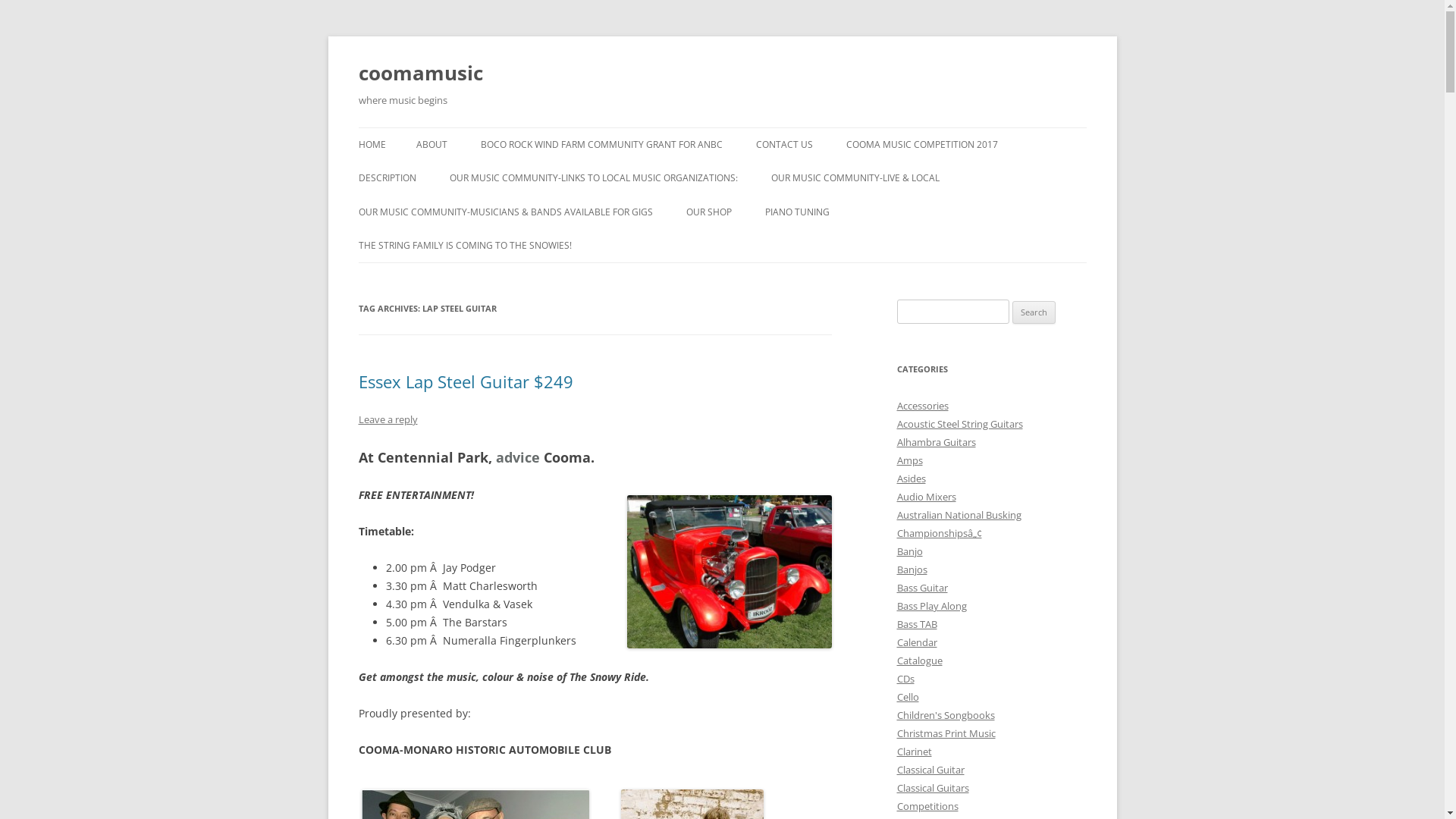 The width and height of the screenshot is (1456, 819). Describe the element at coordinates (945, 733) in the screenshot. I see `'Christmas Print Music'` at that location.